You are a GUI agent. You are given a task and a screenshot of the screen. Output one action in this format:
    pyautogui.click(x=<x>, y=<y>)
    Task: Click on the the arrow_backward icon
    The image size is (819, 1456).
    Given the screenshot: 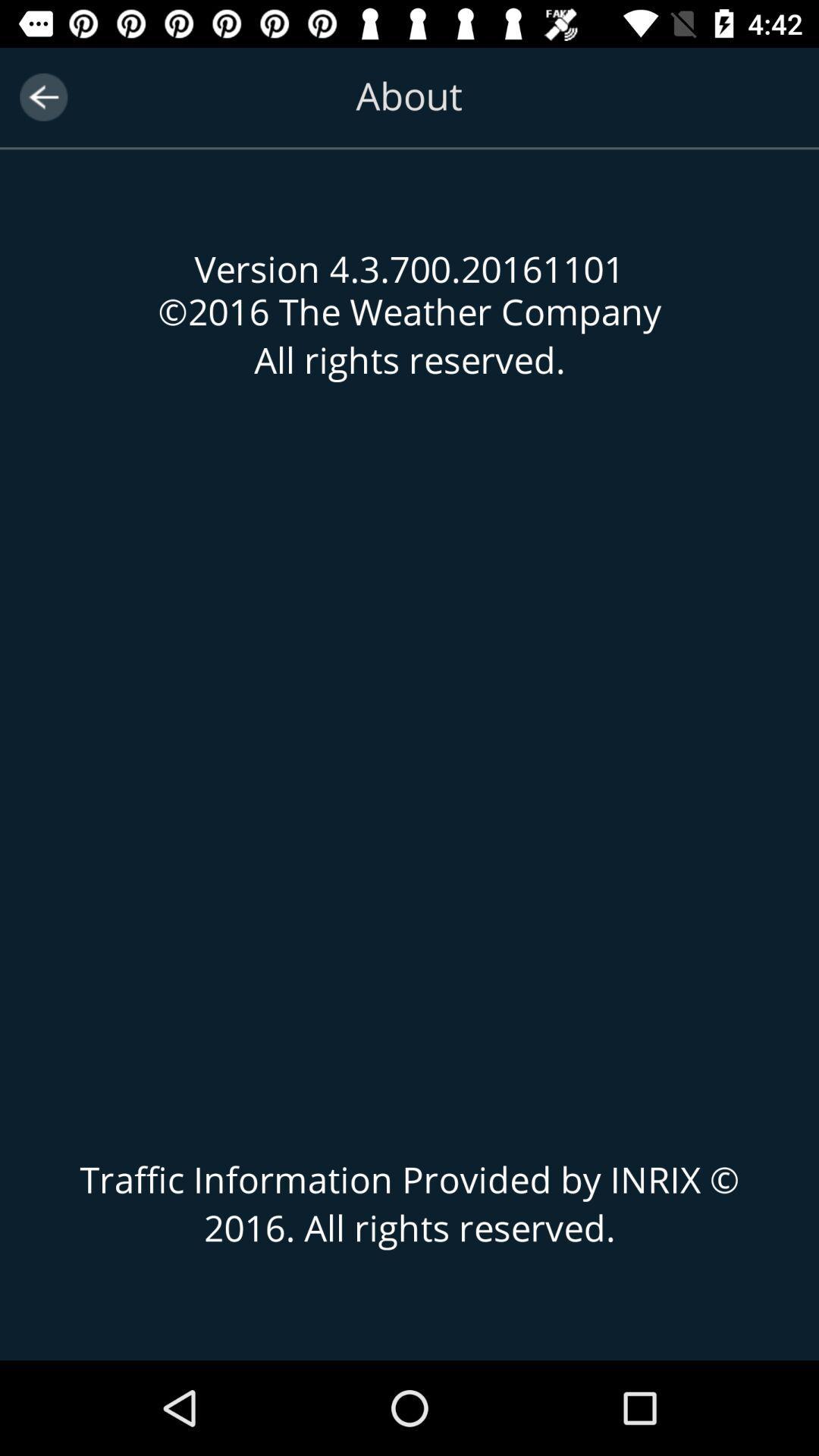 What is the action you would take?
    pyautogui.click(x=42, y=96)
    